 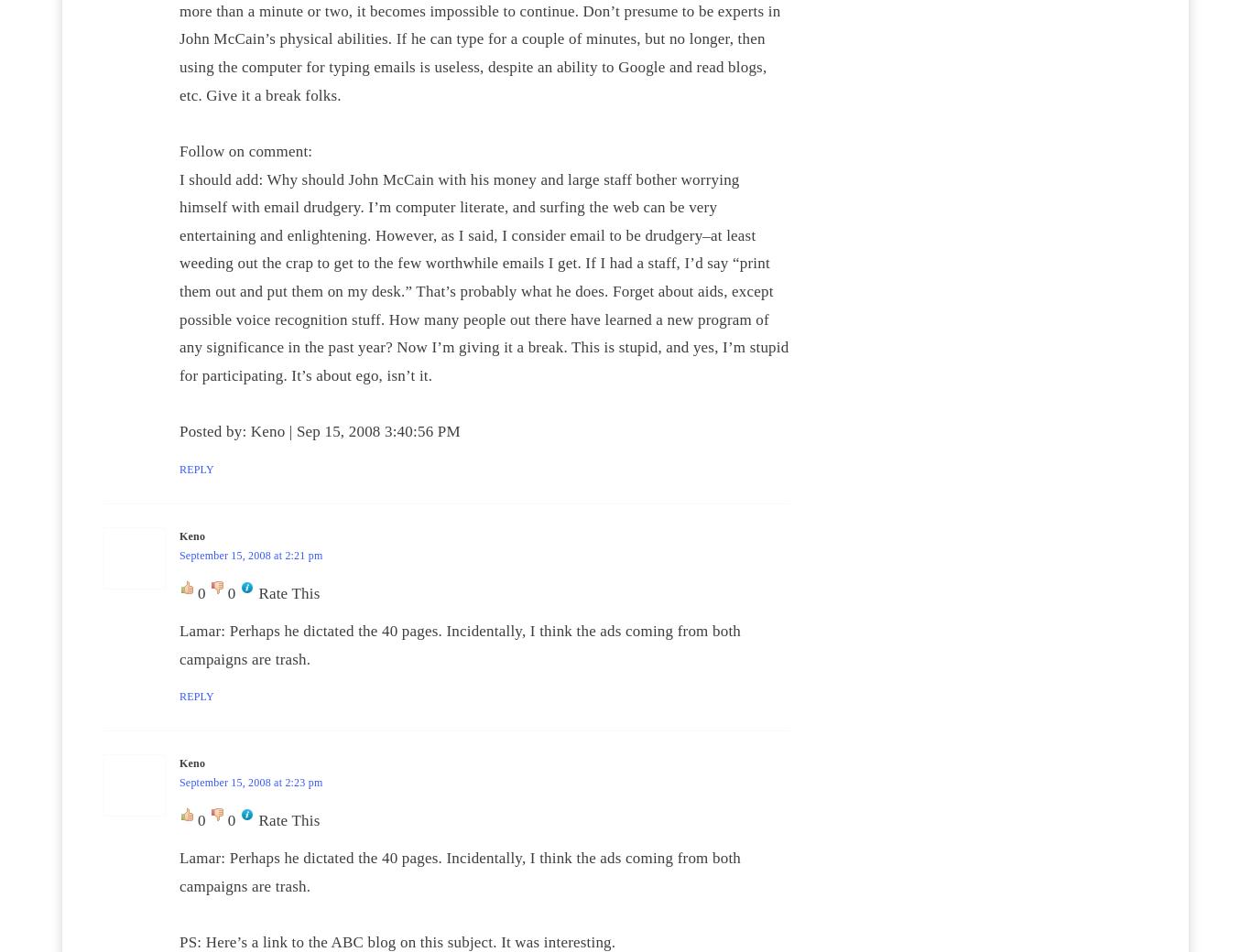 I want to click on 'September 15, 2008 at 2:21 pm', so click(x=251, y=555).